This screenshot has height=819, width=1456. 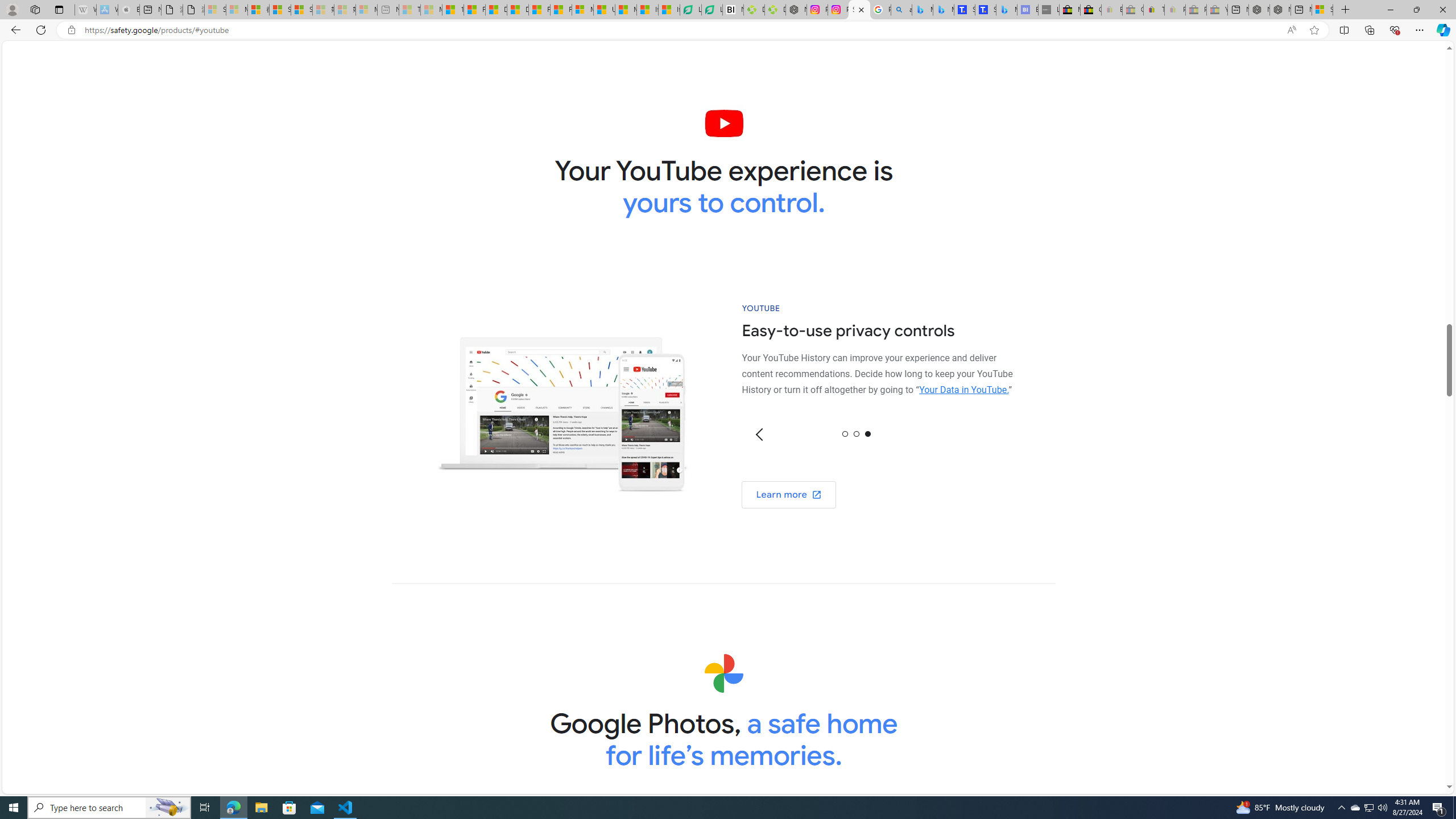 What do you see at coordinates (561, 406) in the screenshot?
I see `'A laptop and phone featuring YouTube'` at bounding box center [561, 406].